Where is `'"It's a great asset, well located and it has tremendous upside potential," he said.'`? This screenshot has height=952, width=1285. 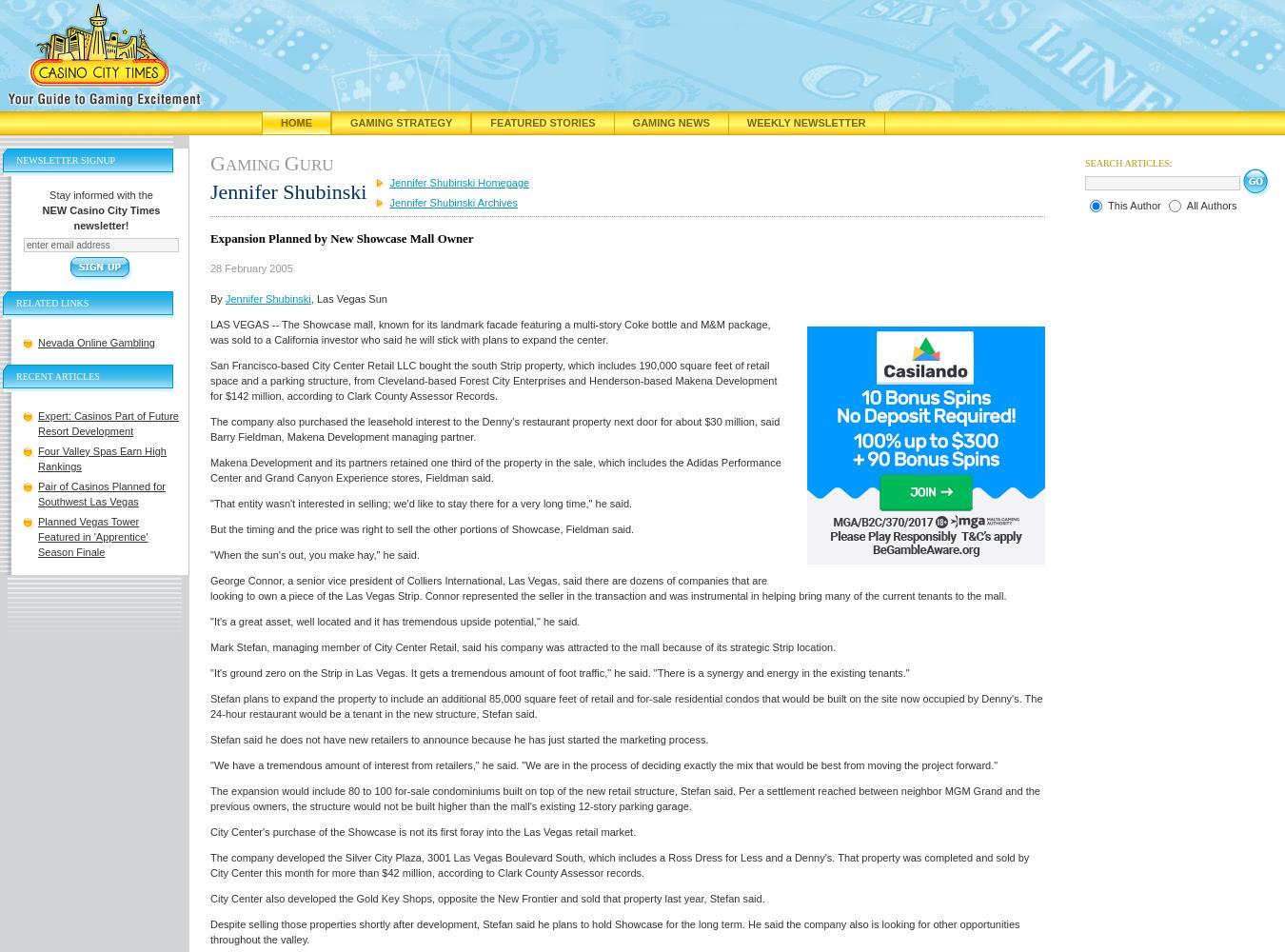 '"It's a great asset, well located and it has tremendous upside potential," he said.' is located at coordinates (209, 621).